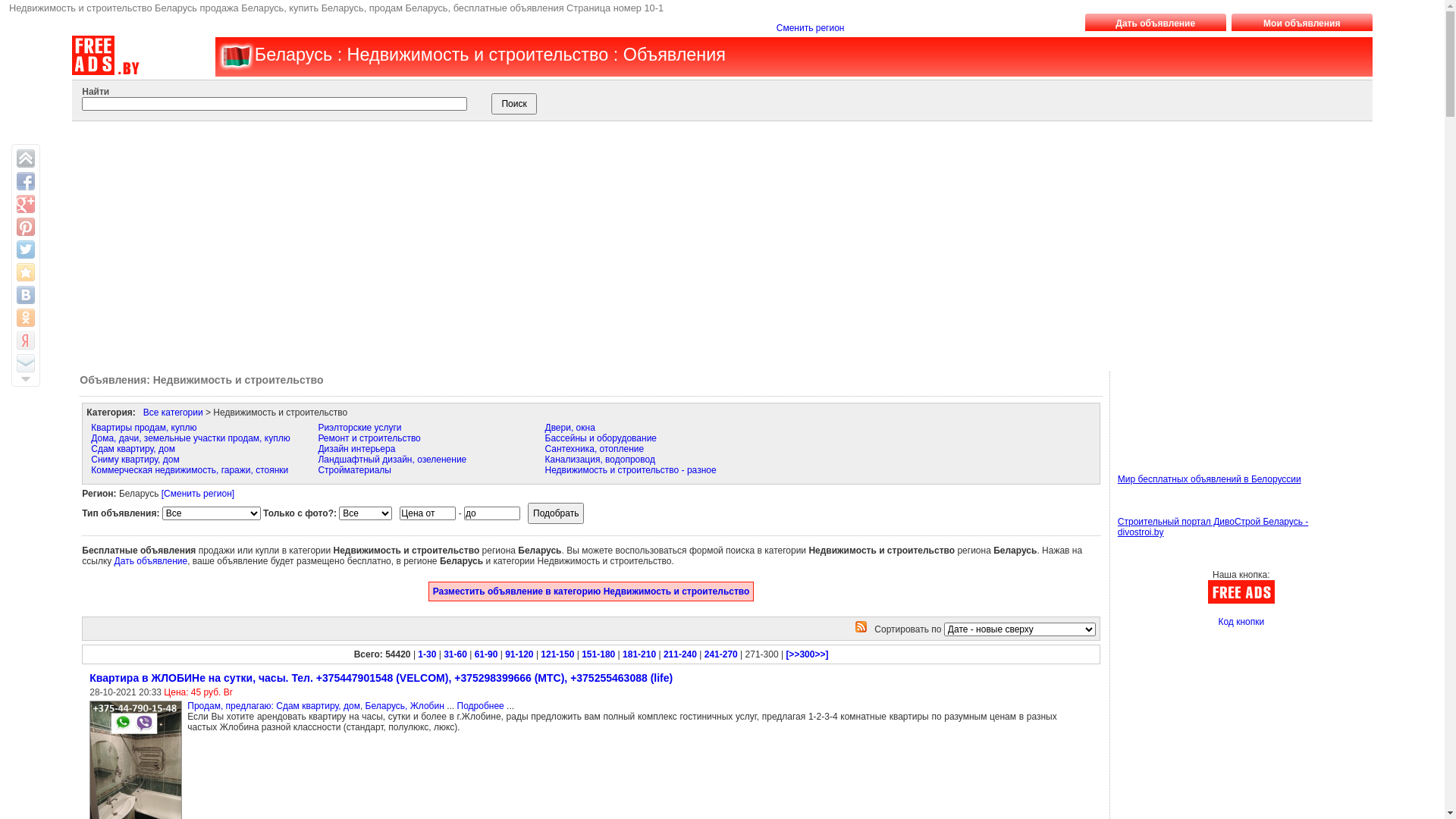  What do you see at coordinates (25, 271) in the screenshot?
I see `'Save to Browser Favorites'` at bounding box center [25, 271].